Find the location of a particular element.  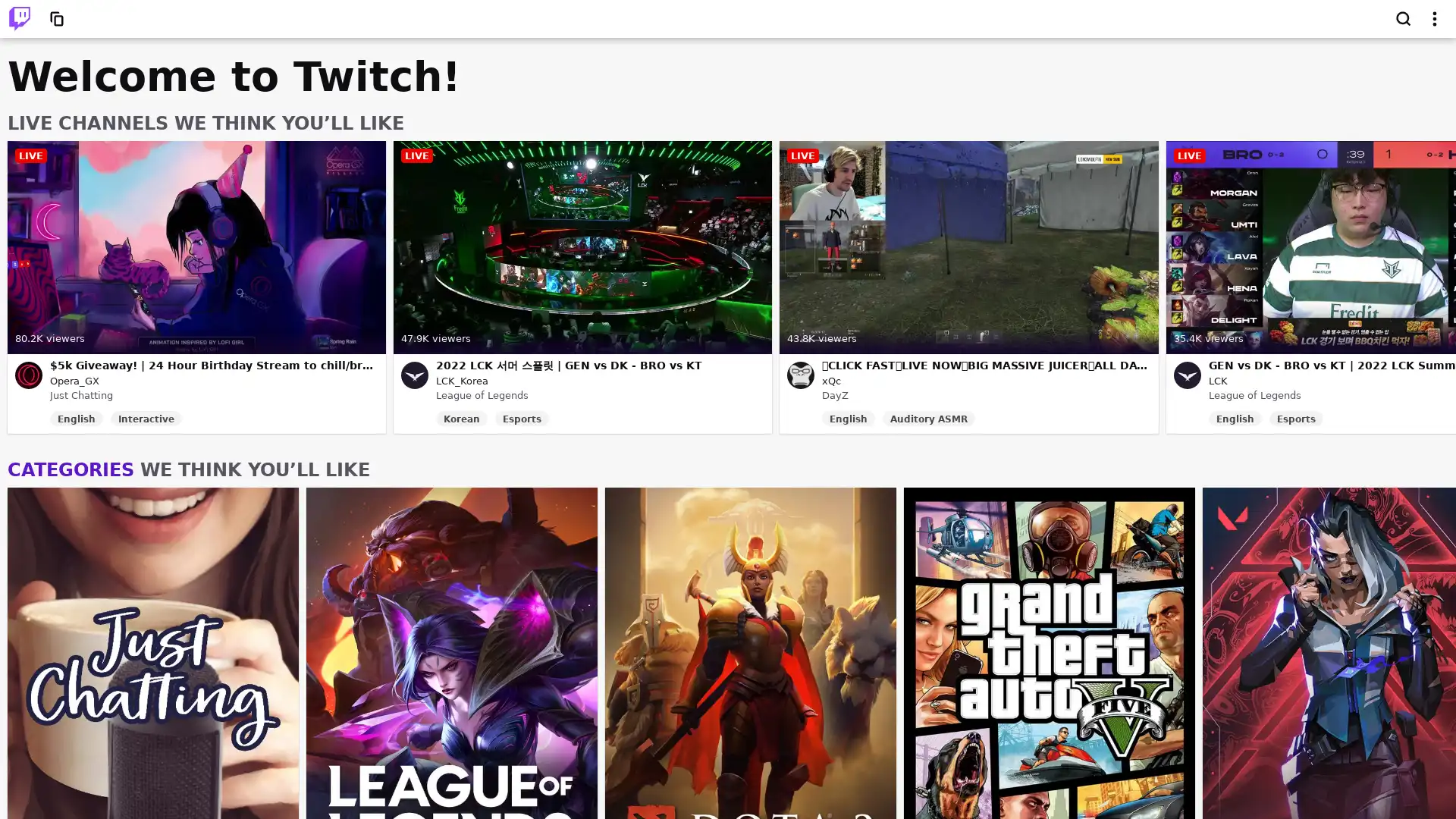

Search is located at coordinates (1403, 18).